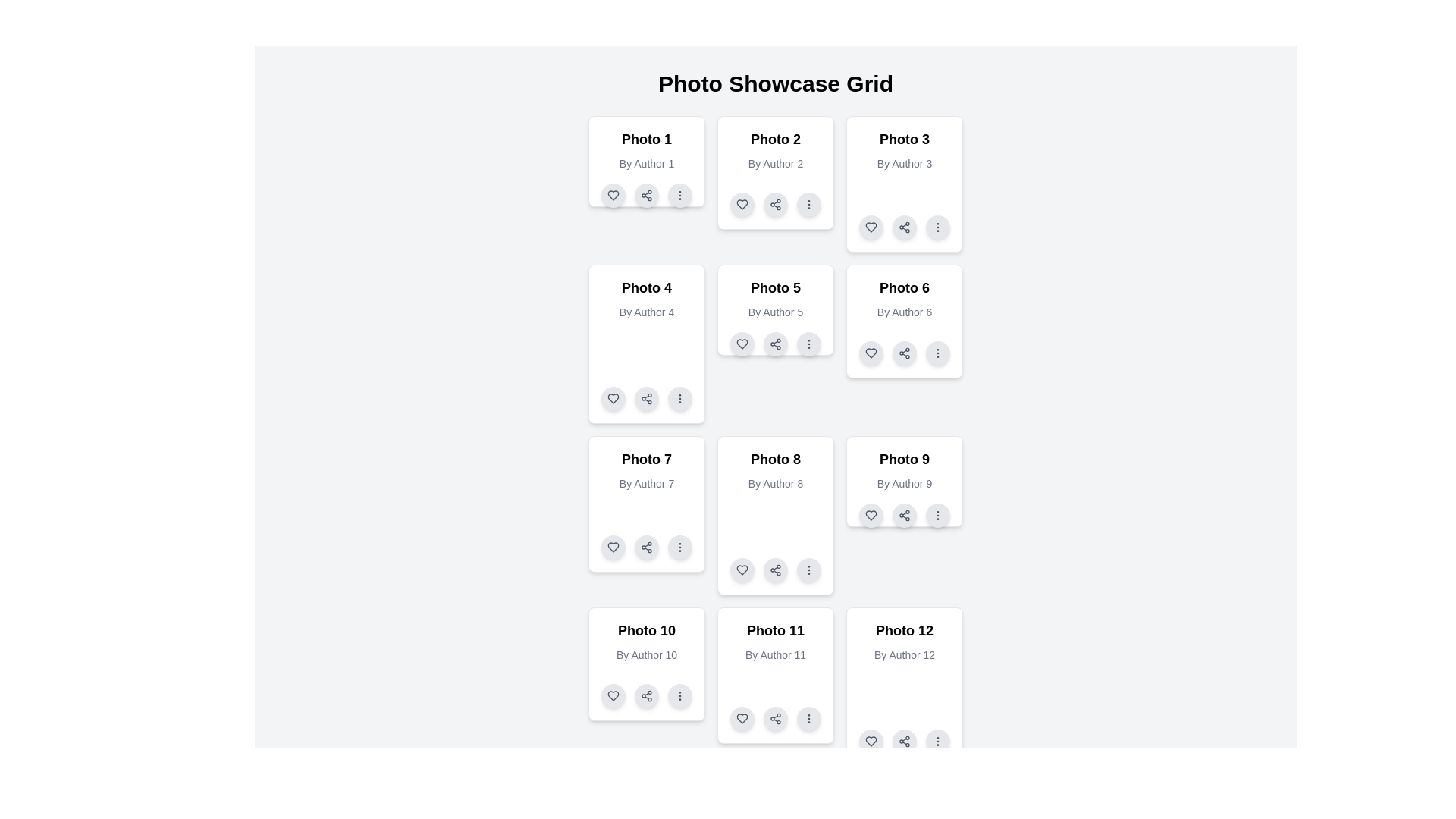 The width and height of the screenshot is (1456, 819). What do you see at coordinates (905, 184) in the screenshot?
I see `the photo entry card located in the third column of the first row, which displays the title and author information, and includes action icons for interactions` at bounding box center [905, 184].